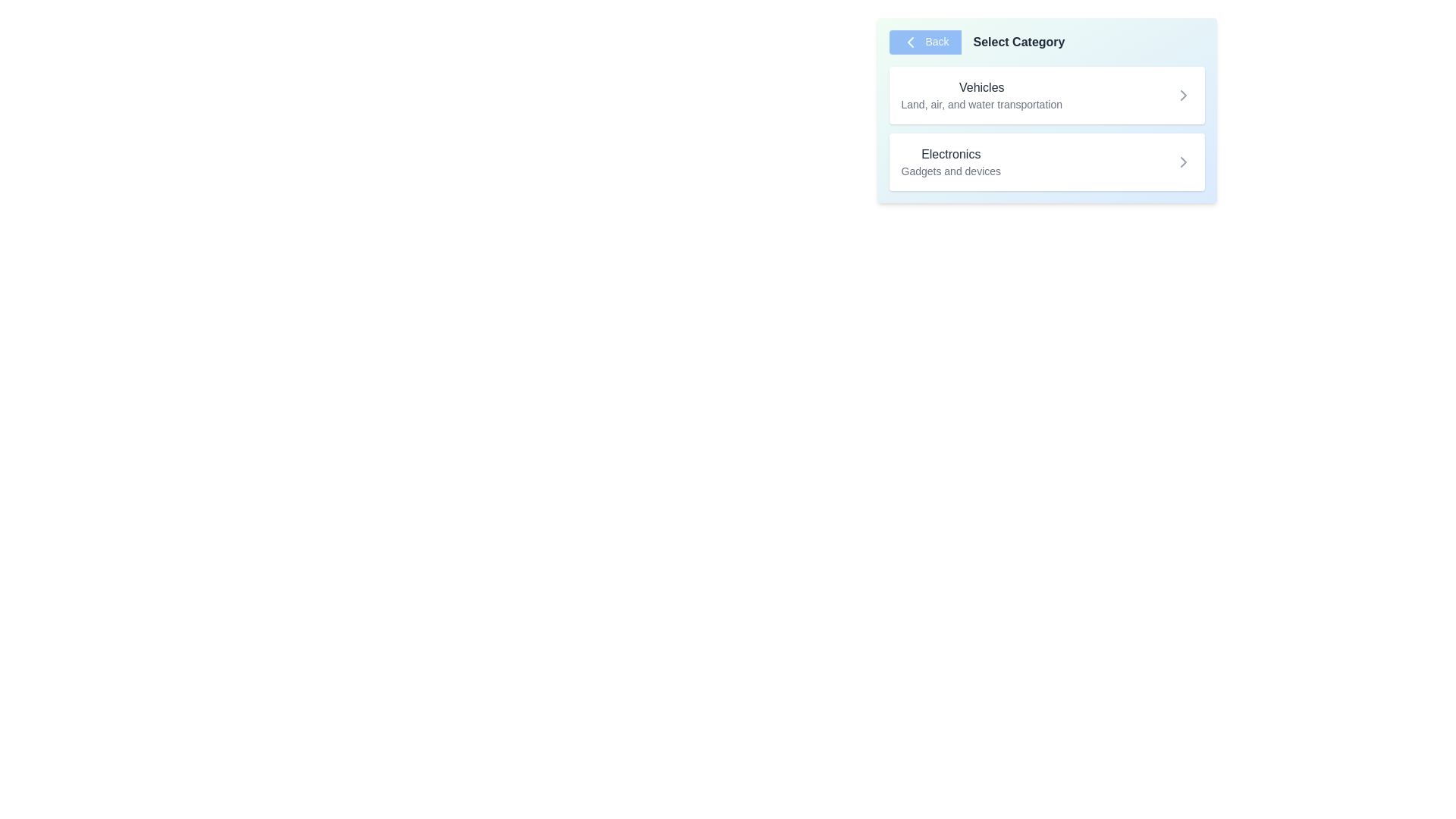  Describe the element at coordinates (1182, 96) in the screenshot. I see `the small rightward chevron icon located within the 'Vehicles' list item` at that location.